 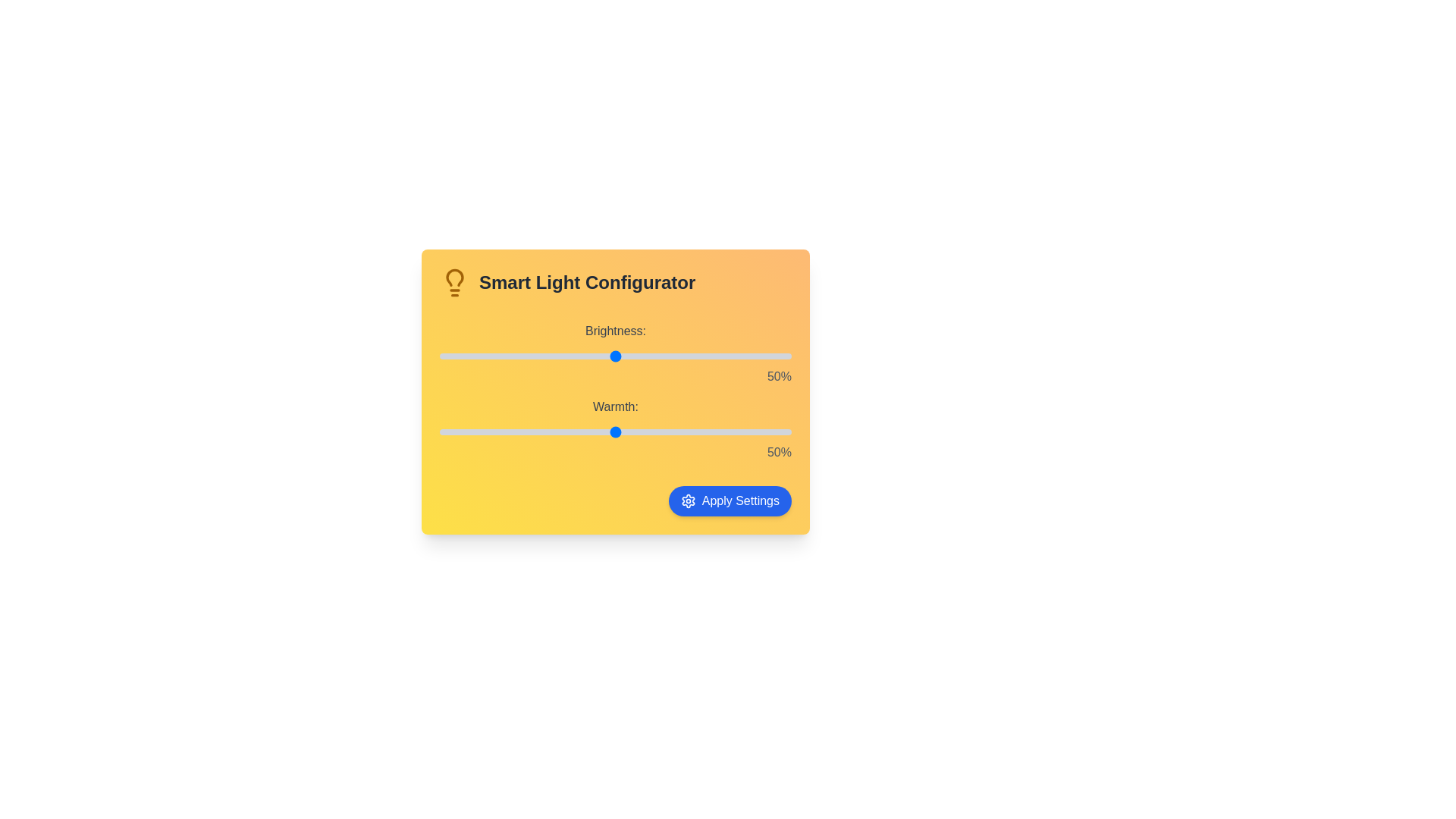 I want to click on the slider, so click(x=555, y=432).